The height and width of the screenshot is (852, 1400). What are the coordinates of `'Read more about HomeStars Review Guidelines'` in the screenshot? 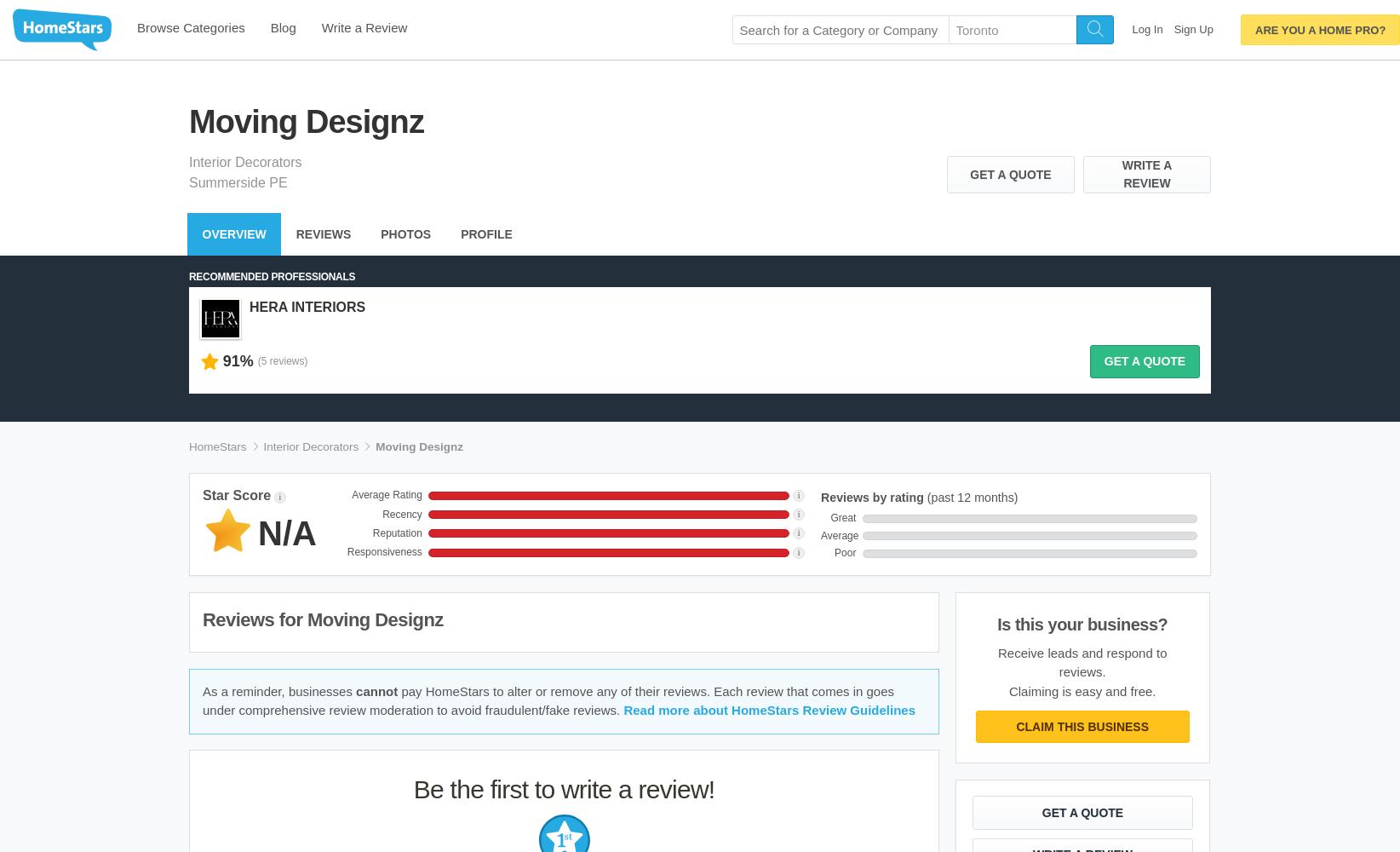 It's located at (769, 709).